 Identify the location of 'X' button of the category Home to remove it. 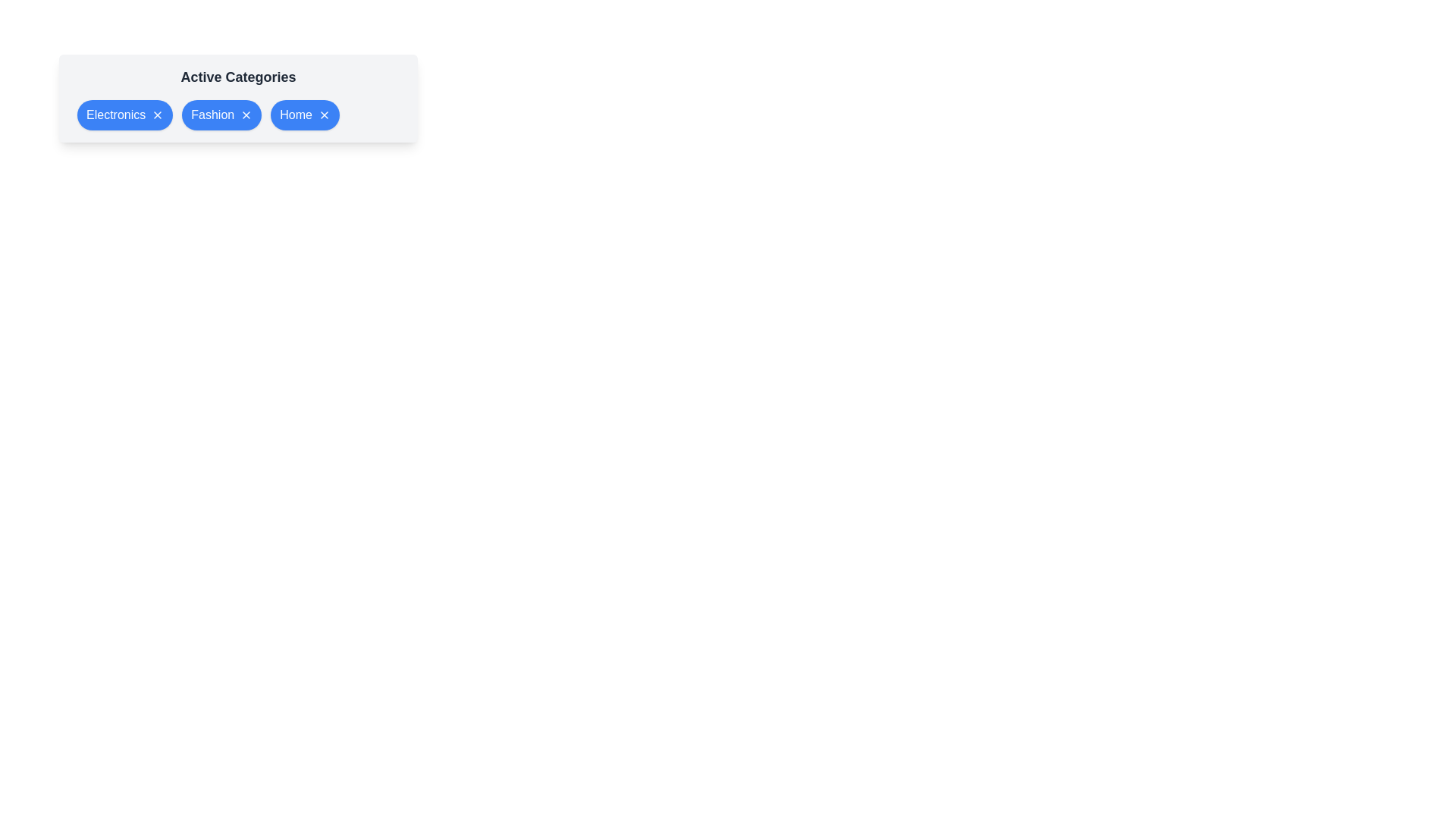
(323, 114).